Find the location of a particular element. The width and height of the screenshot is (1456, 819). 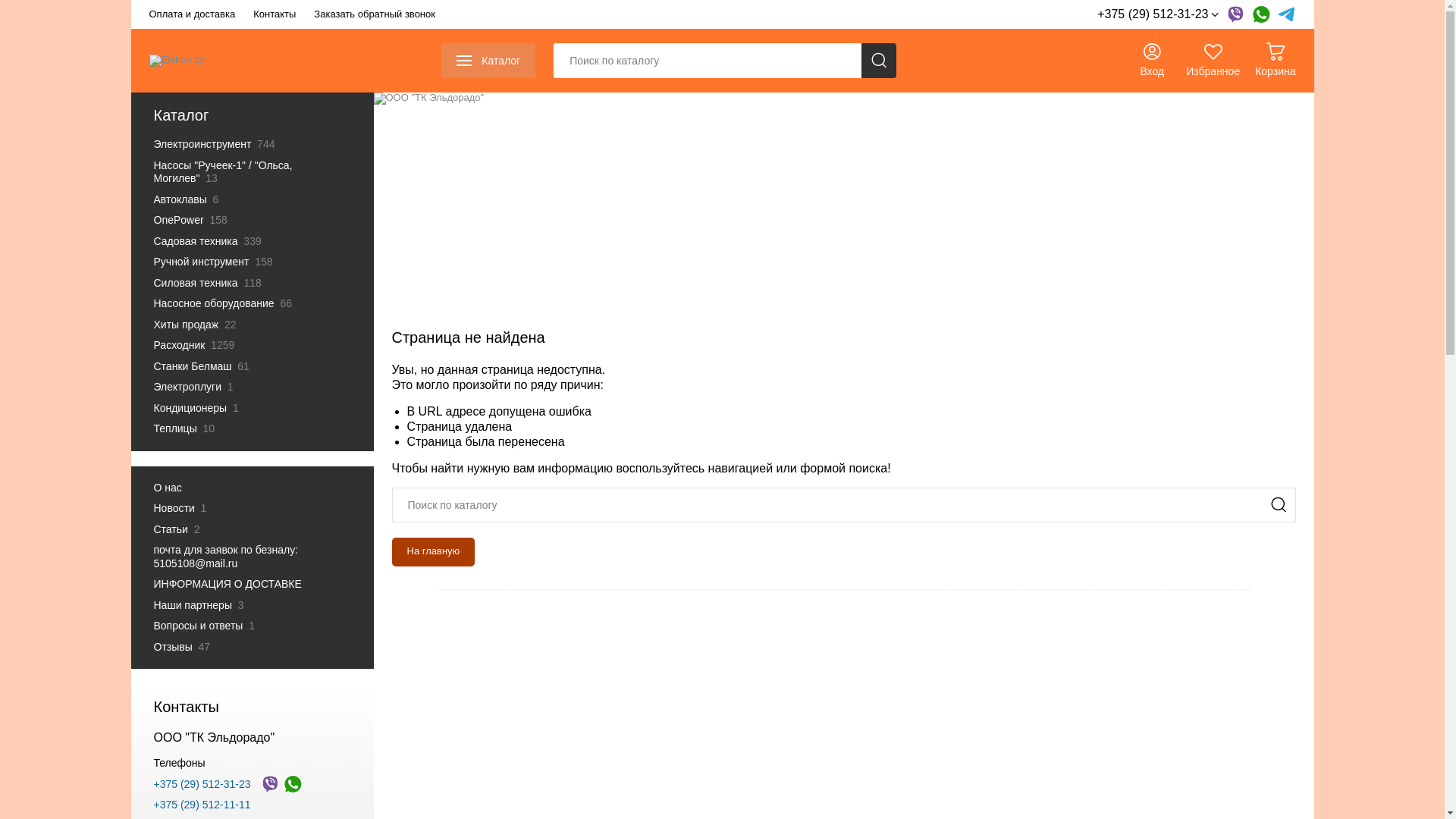

'OnePower  158' is located at coordinates (243, 220).